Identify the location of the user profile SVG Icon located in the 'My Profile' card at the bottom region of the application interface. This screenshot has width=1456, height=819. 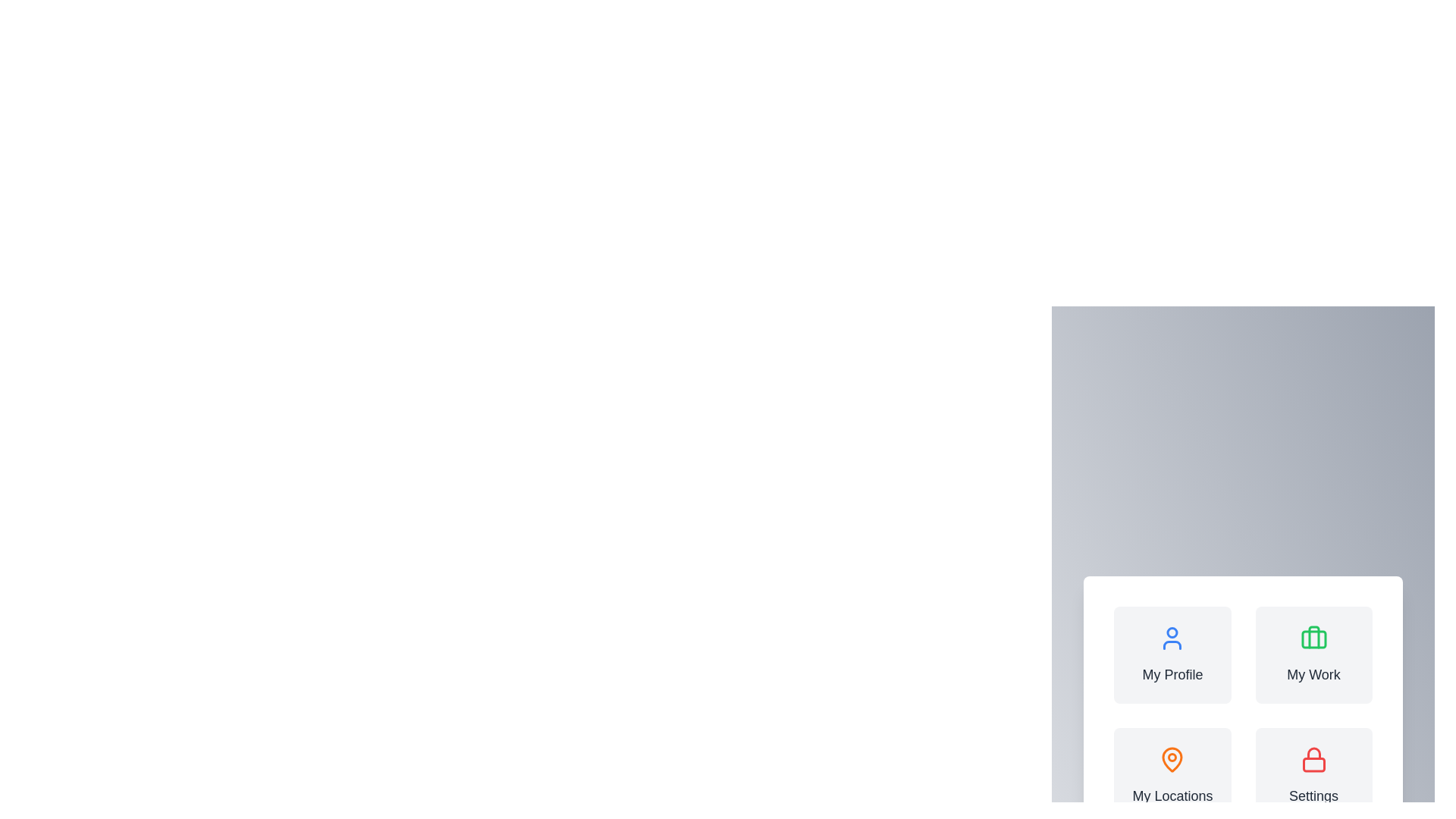
(1172, 638).